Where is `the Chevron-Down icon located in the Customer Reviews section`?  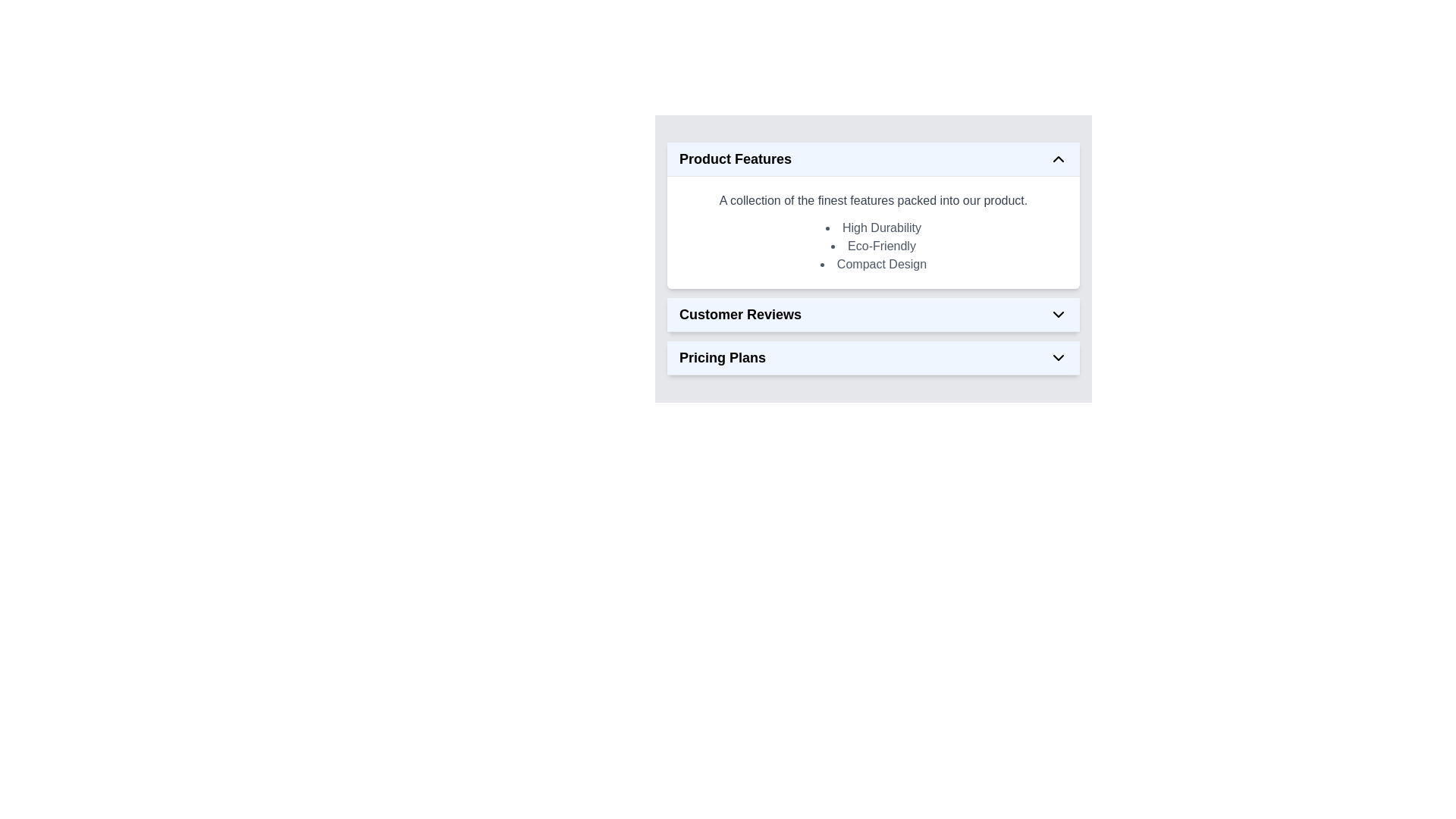 the Chevron-Down icon located in the Customer Reviews section is located at coordinates (1058, 314).